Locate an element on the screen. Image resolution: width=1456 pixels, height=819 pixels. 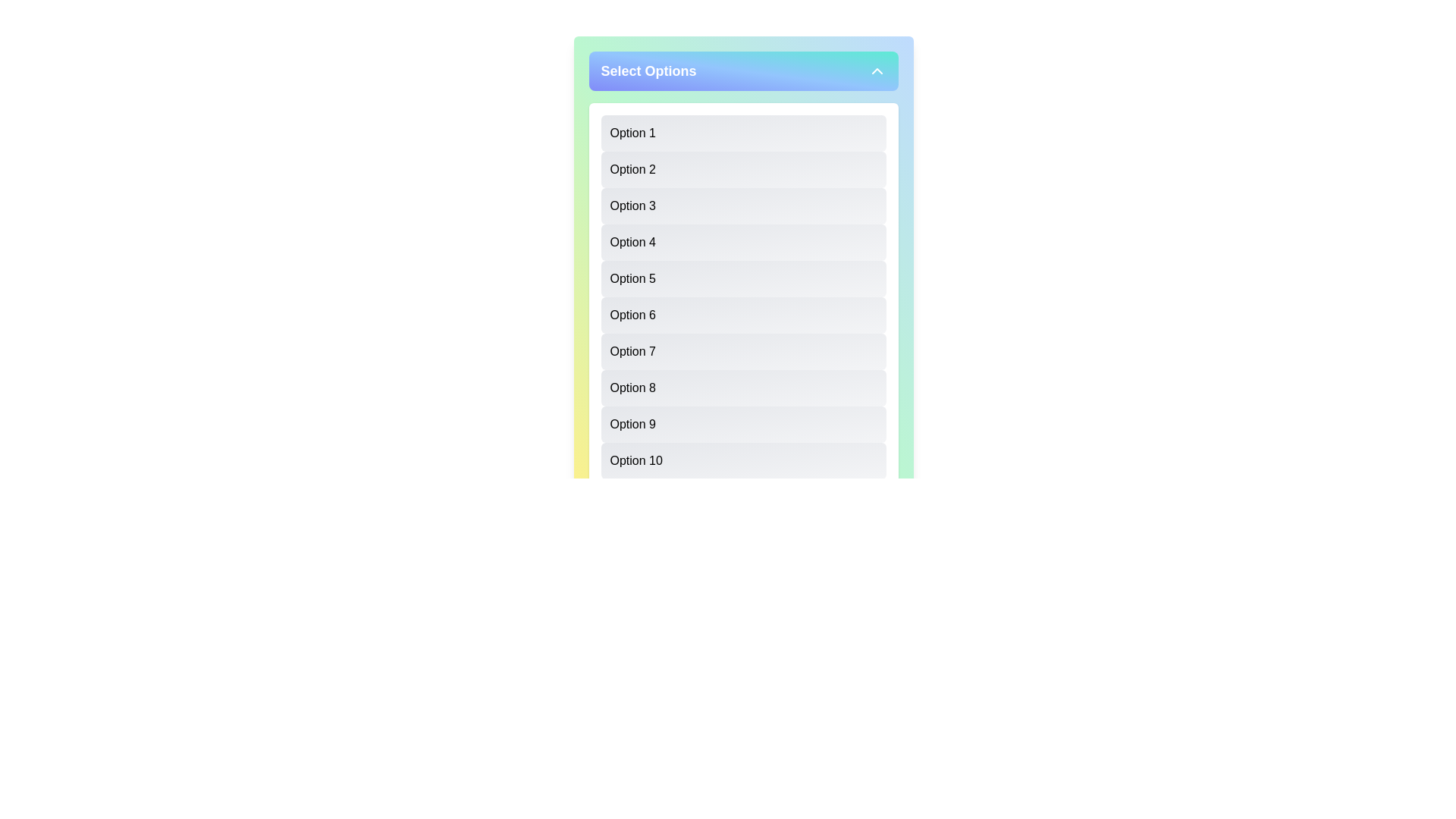
the fourth selectable option label in the 'Select Options' list is located at coordinates (632, 242).